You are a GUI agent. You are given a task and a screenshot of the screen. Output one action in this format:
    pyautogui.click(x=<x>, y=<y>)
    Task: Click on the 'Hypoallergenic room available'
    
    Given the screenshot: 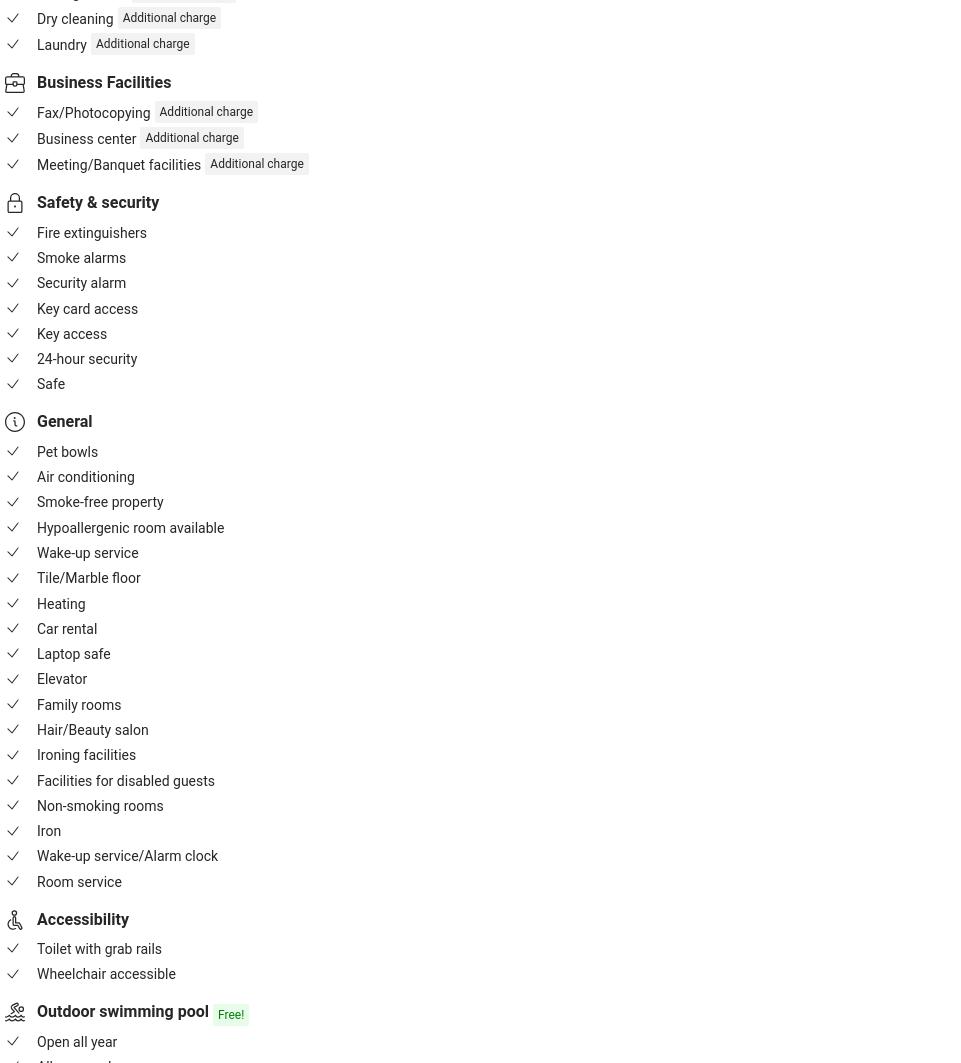 What is the action you would take?
    pyautogui.click(x=129, y=527)
    